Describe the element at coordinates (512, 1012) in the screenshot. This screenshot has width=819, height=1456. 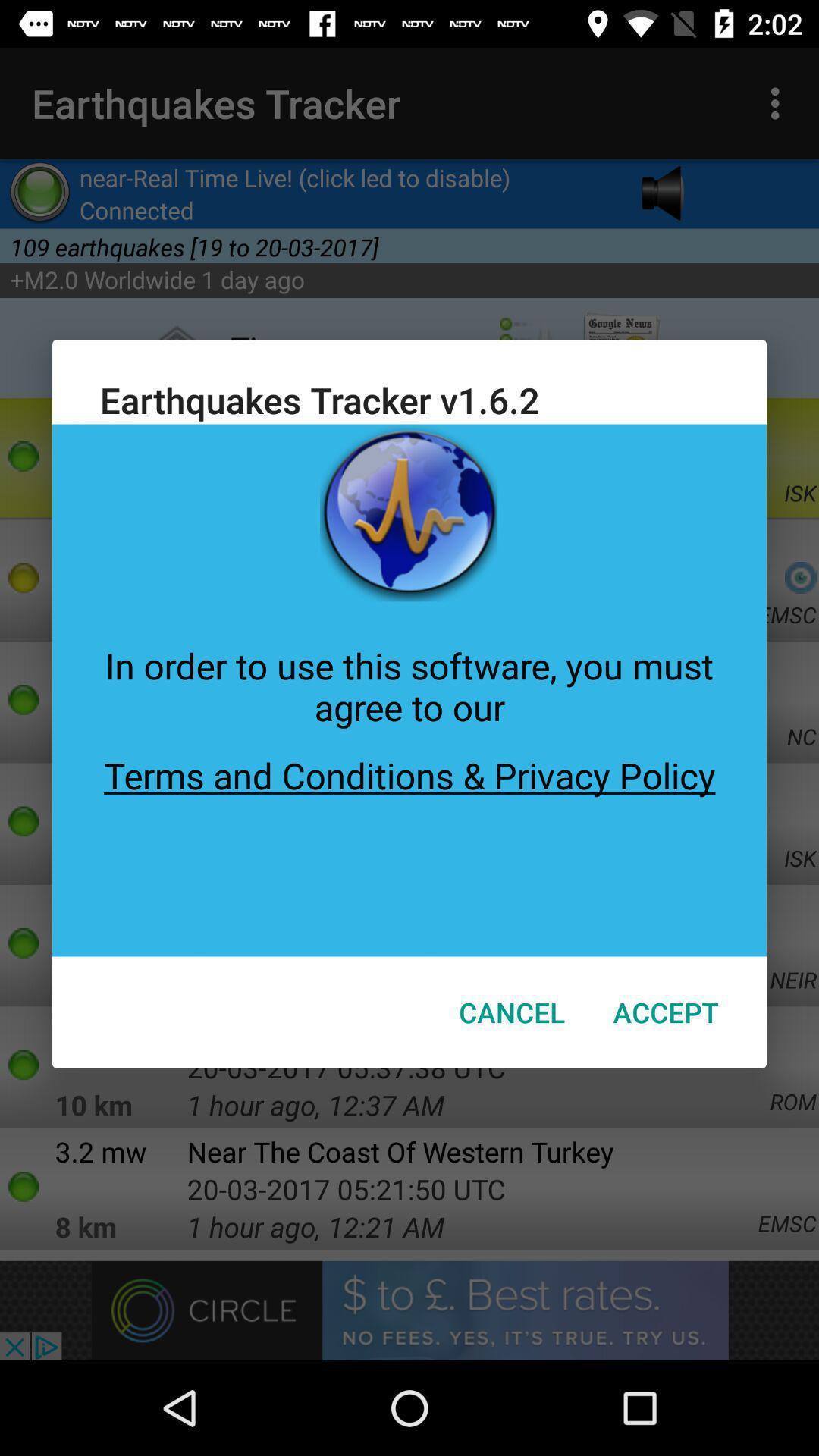
I see `icon next to accept icon` at that location.